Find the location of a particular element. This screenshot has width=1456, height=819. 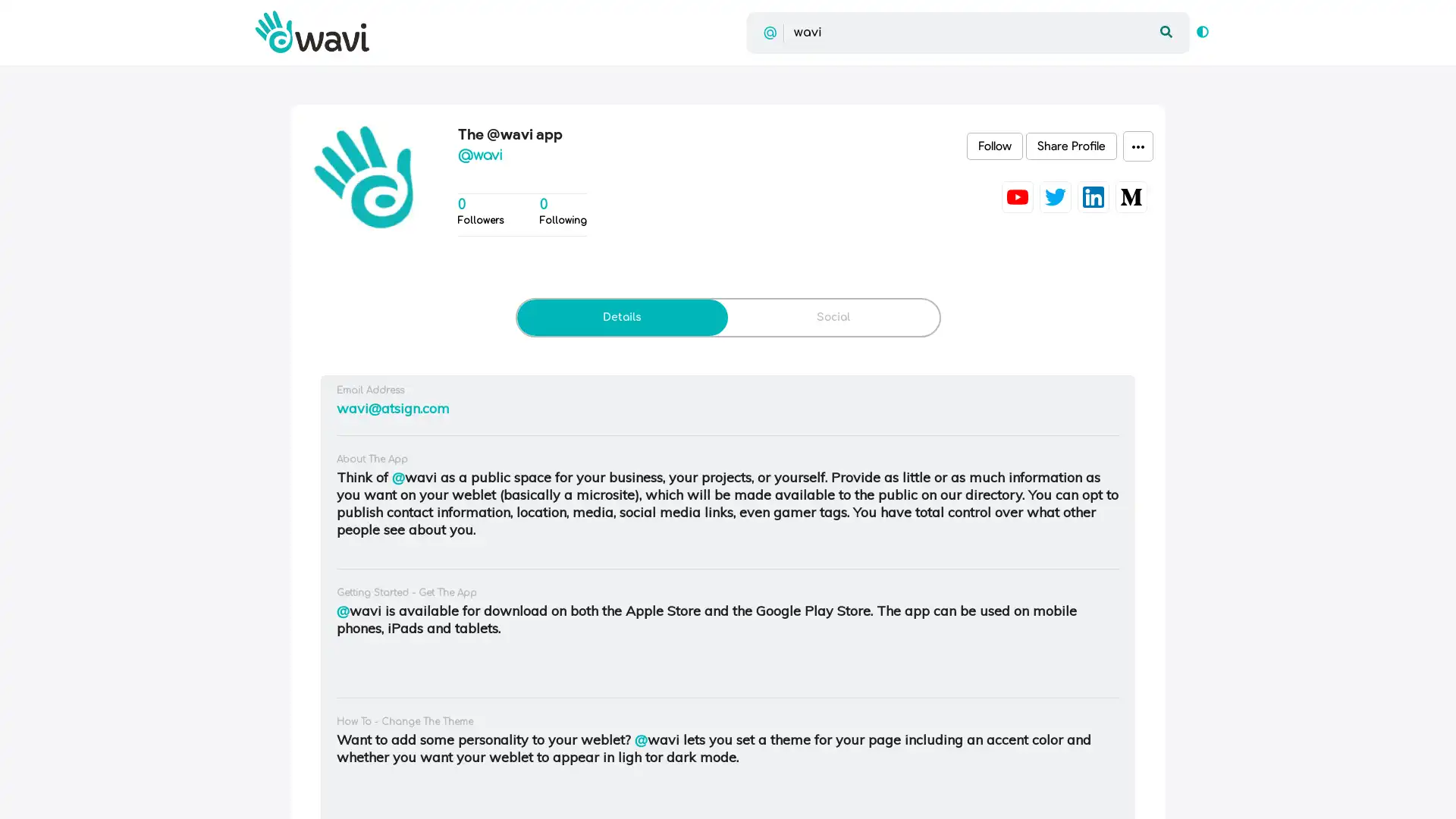

Follow is located at coordinates (994, 146).